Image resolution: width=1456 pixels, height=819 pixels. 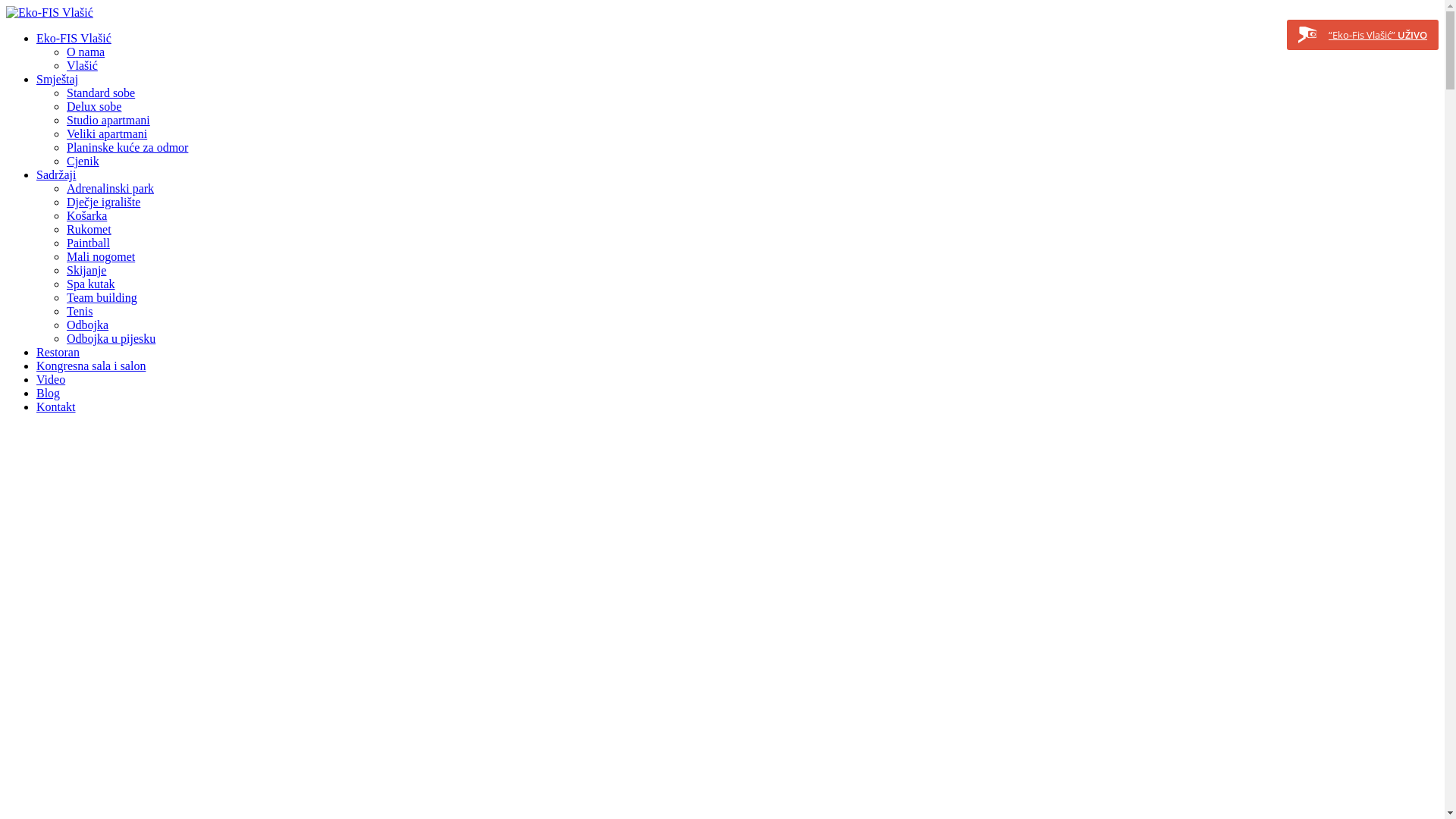 I want to click on 'Adrenalinski park', so click(x=109, y=187).